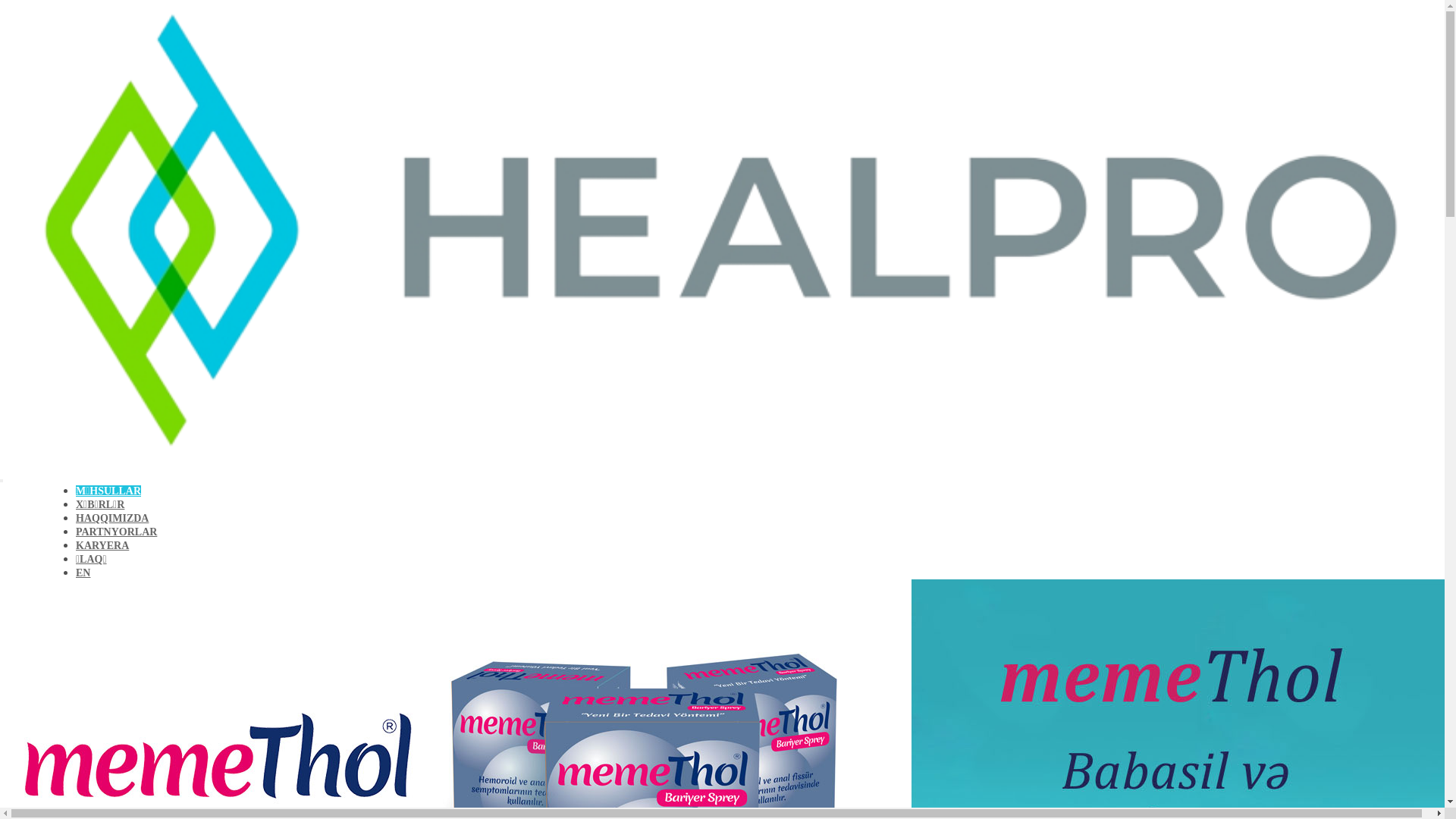  Describe the element at coordinates (82, 573) in the screenshot. I see `'EN'` at that location.